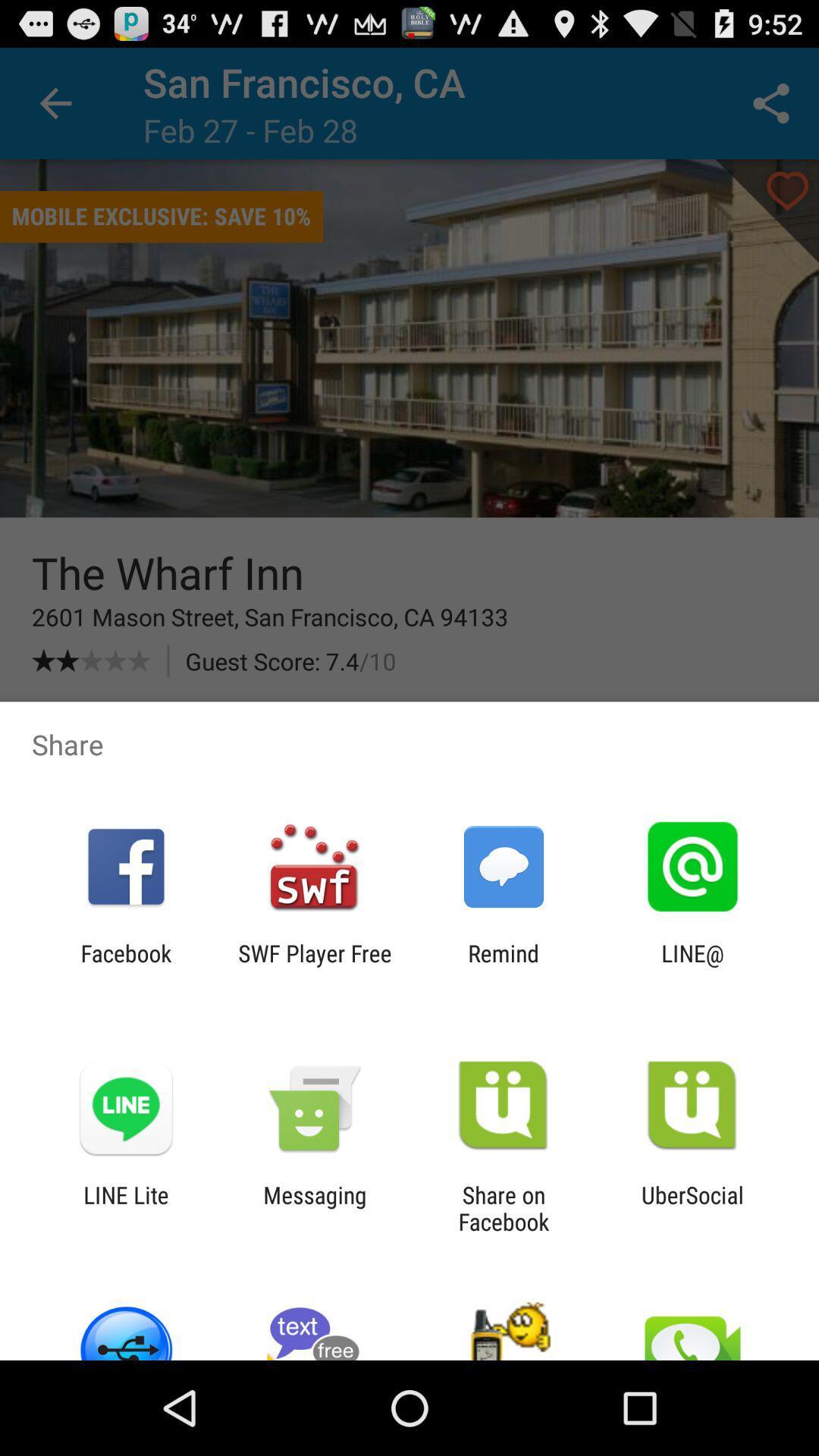 This screenshot has width=819, height=1456. What do you see at coordinates (314, 1207) in the screenshot?
I see `item to the left of the share on facebook item` at bounding box center [314, 1207].